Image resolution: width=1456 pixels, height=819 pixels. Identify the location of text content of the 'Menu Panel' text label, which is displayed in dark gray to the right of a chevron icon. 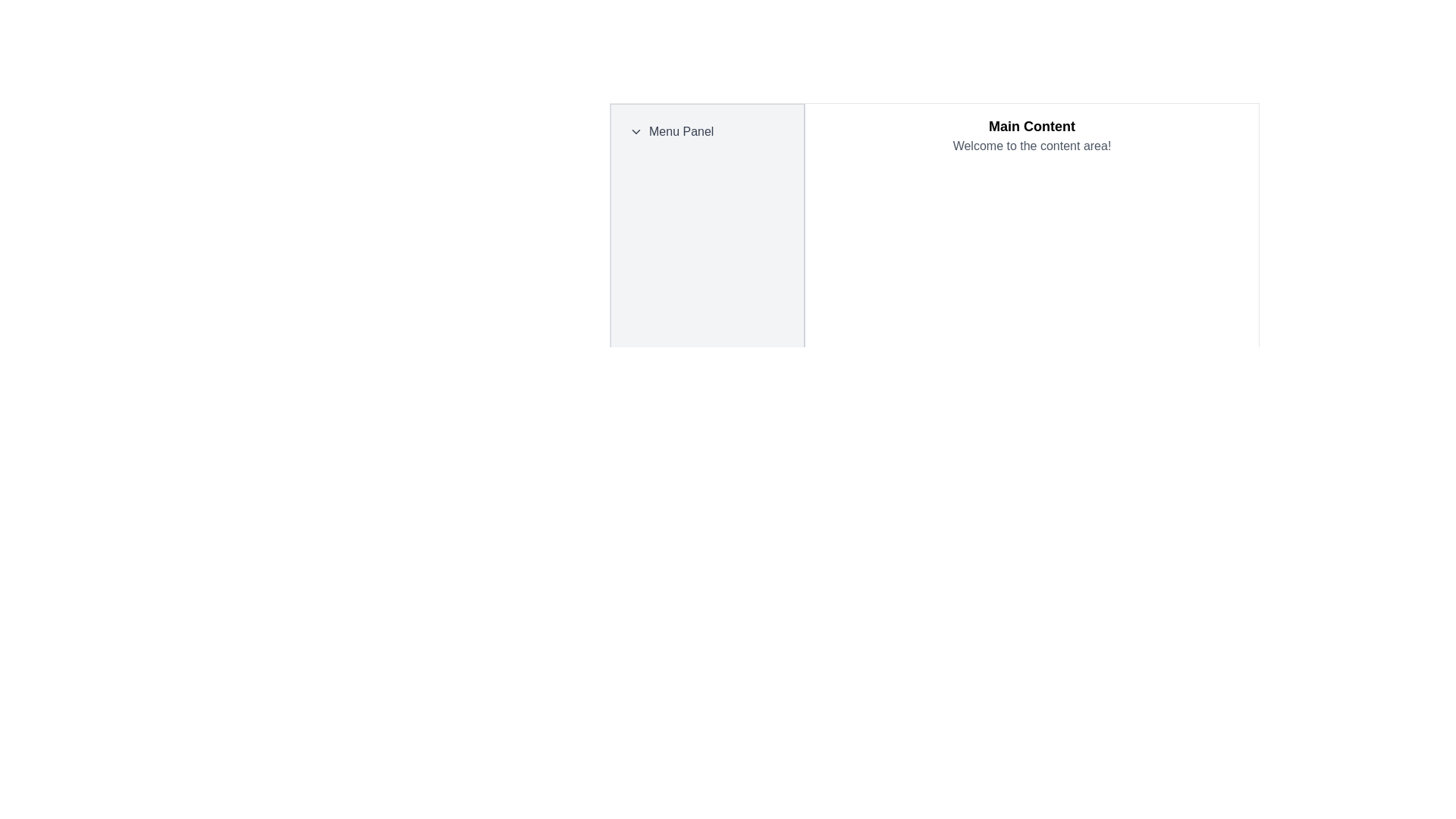
(680, 130).